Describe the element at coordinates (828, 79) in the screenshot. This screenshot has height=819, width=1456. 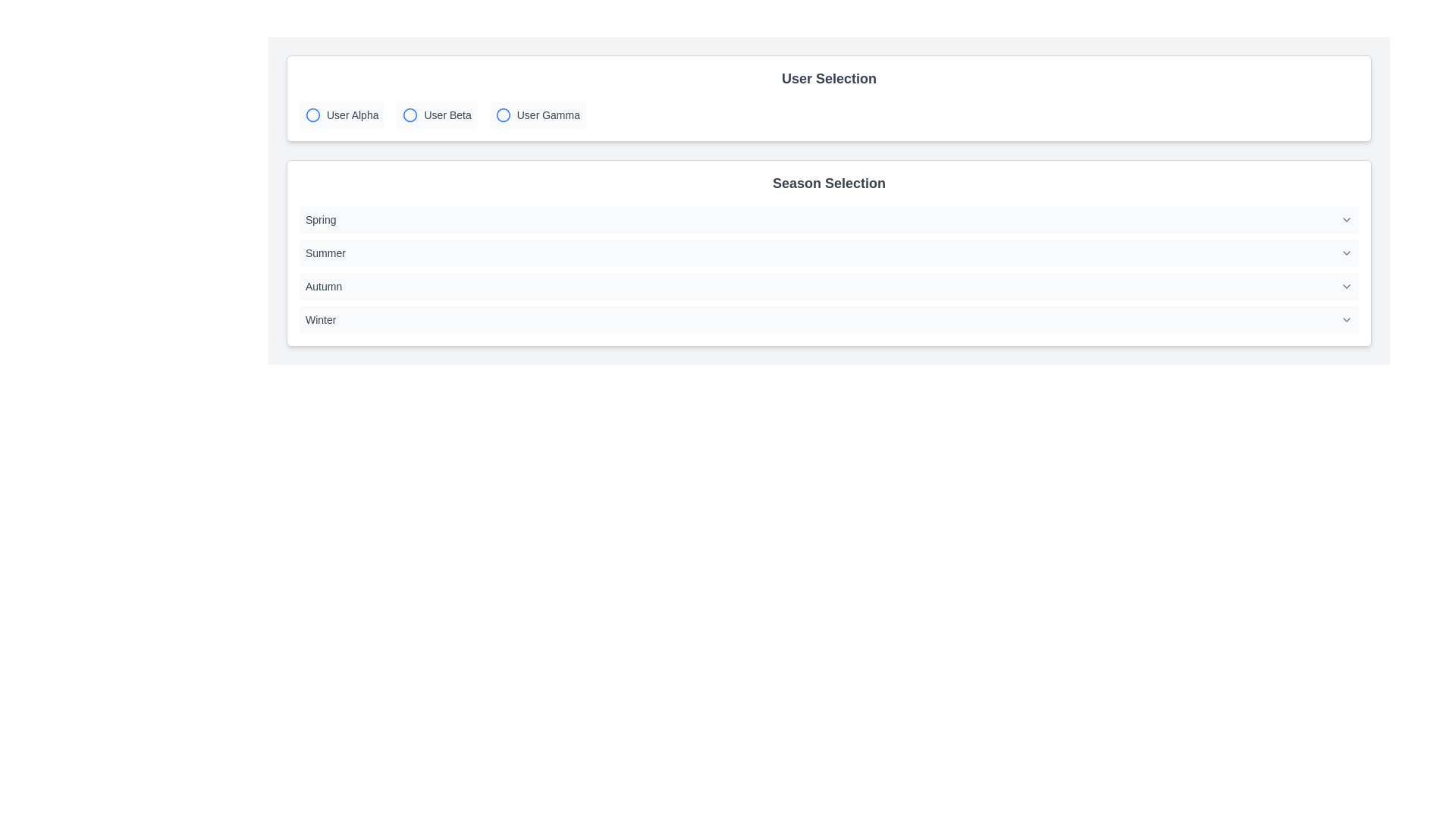
I see `label that serves as the title for the 'User Selection' section, positioned at the top of the section above the user options` at that location.